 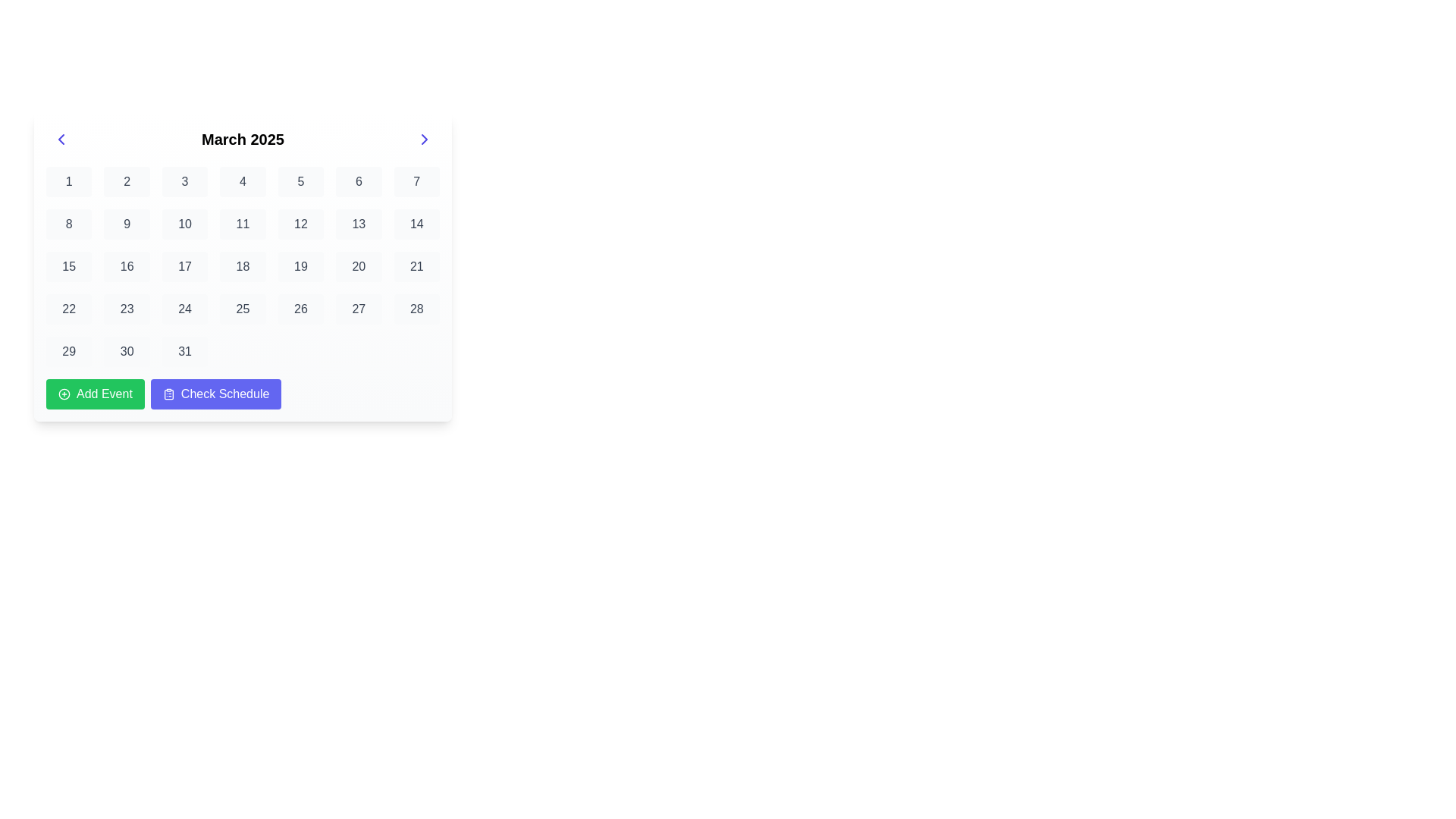 What do you see at coordinates (61, 140) in the screenshot?
I see `the left-pointing chevron icon button located to the left of the 'March 2025' title on the calendar interface` at bounding box center [61, 140].